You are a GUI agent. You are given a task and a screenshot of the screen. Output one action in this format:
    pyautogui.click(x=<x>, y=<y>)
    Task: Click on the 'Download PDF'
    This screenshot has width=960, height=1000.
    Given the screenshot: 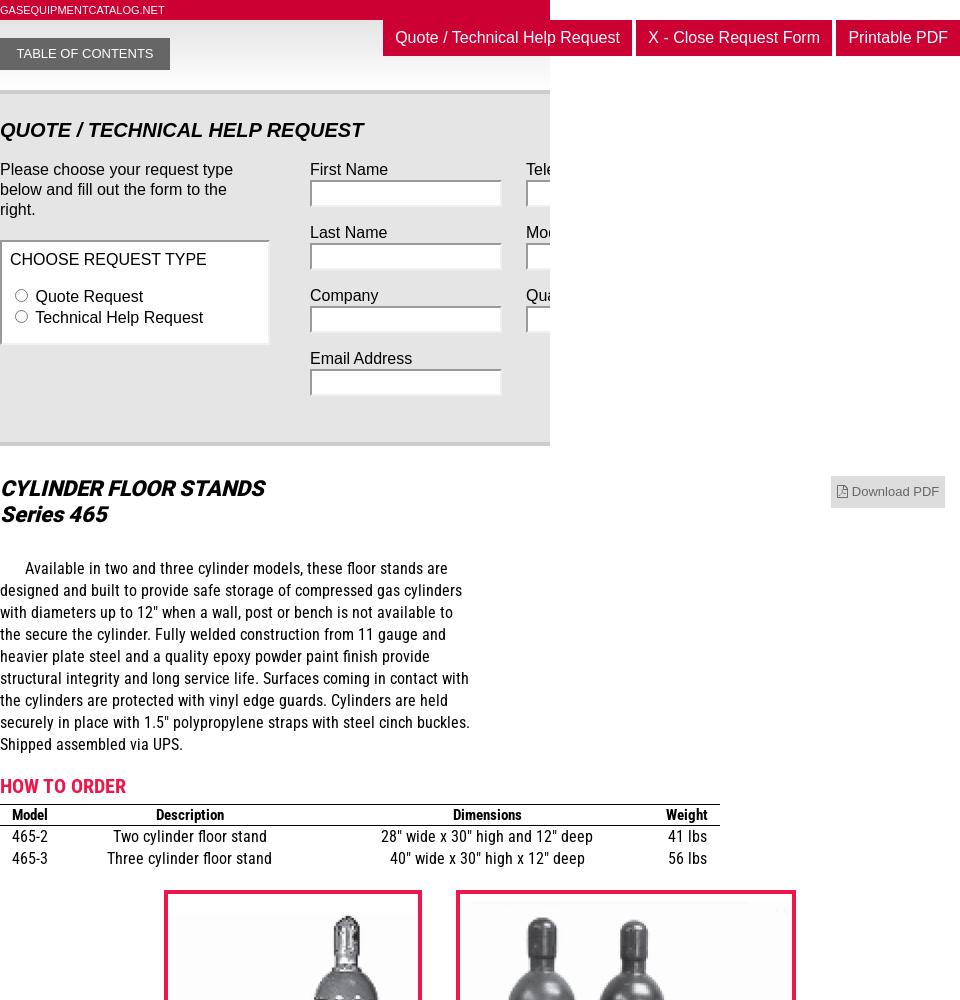 What is the action you would take?
    pyautogui.click(x=894, y=490)
    